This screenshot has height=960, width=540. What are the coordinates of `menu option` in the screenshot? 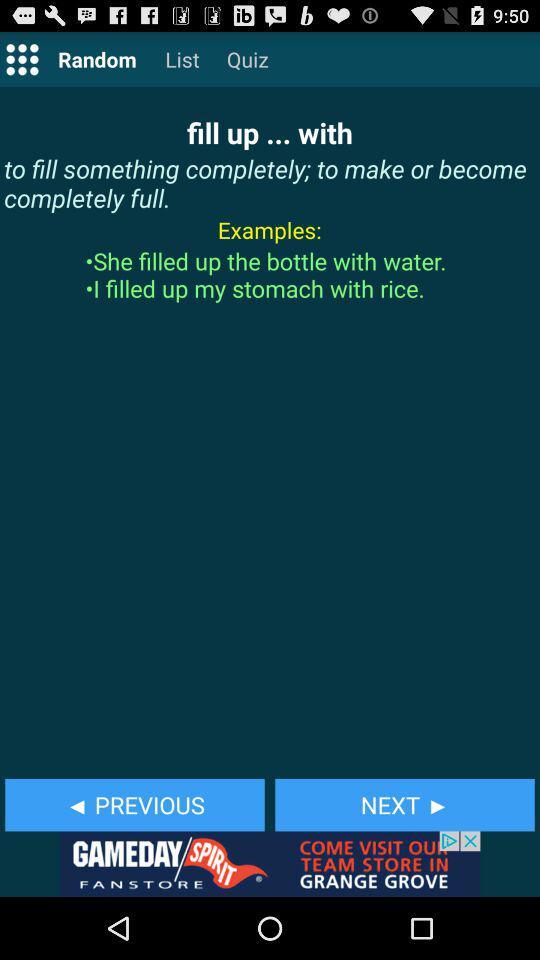 It's located at (21, 58).